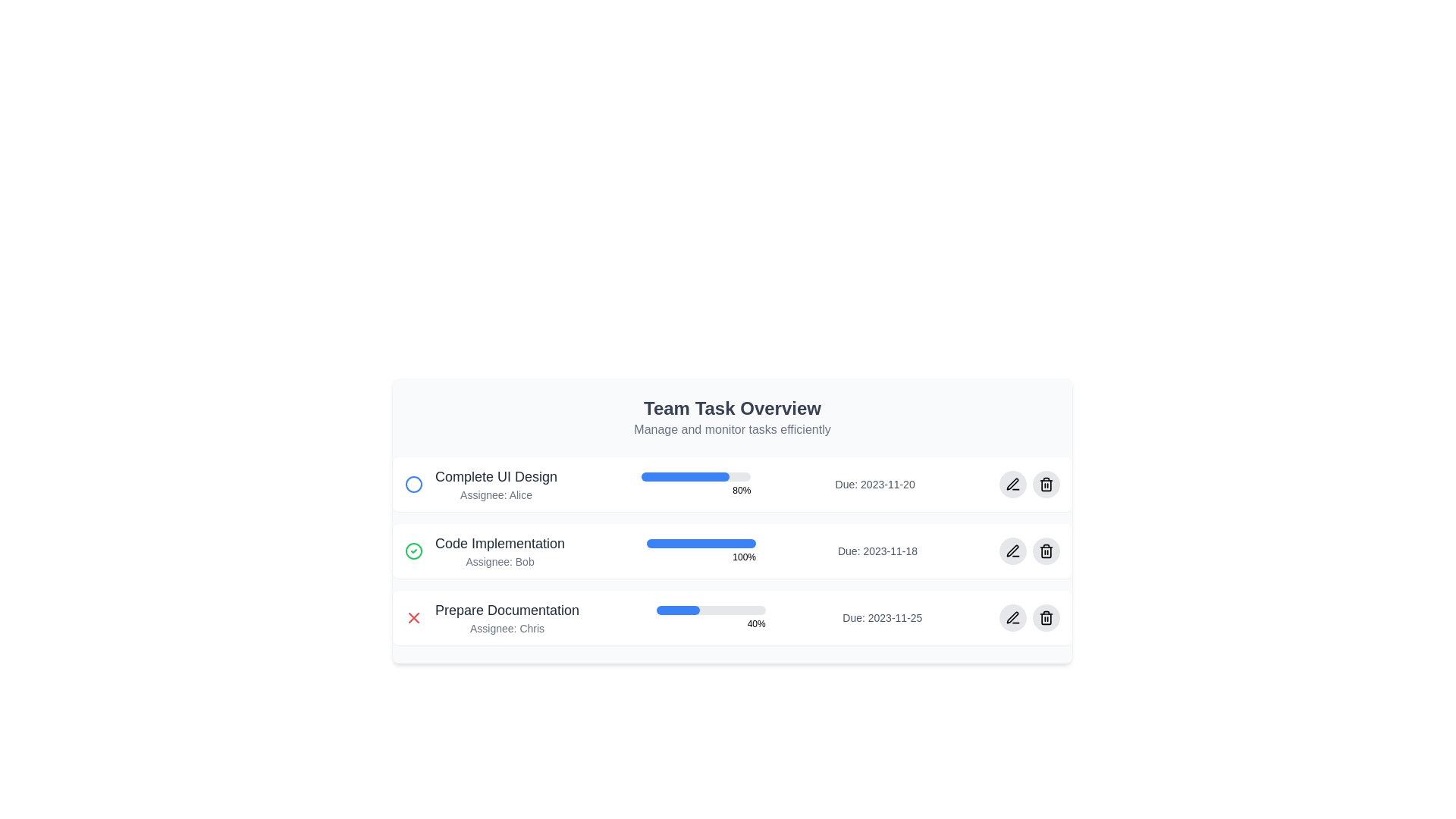 This screenshot has height=819, width=1456. What do you see at coordinates (414, 551) in the screenshot?
I see `the circular green-bordered icon with a checkmark indicating completion, located next to the 'Code Implementation' text in the second task row` at bounding box center [414, 551].